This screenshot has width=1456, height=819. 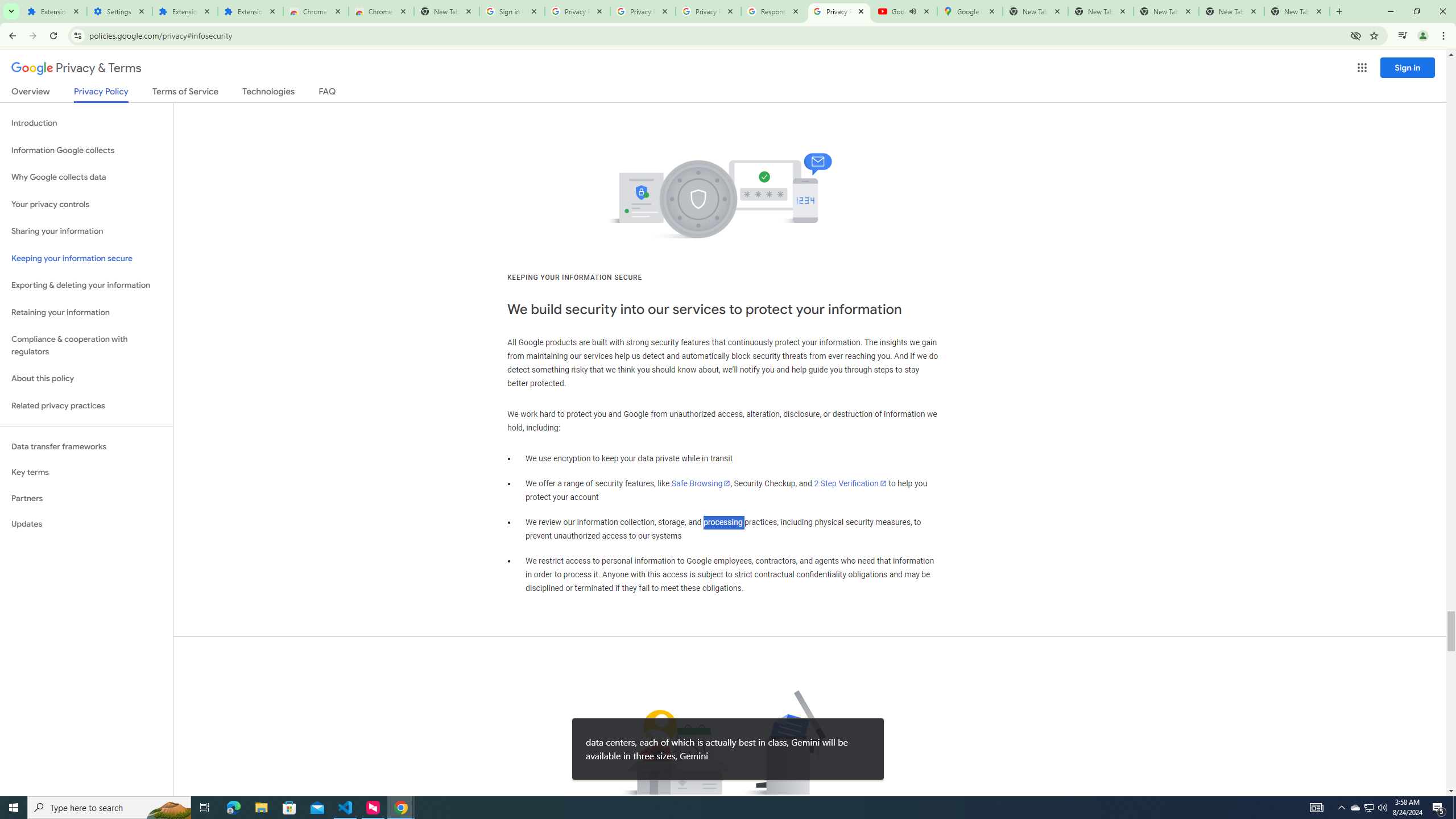 I want to click on 'Chrome Web Store', so click(x=315, y=11).